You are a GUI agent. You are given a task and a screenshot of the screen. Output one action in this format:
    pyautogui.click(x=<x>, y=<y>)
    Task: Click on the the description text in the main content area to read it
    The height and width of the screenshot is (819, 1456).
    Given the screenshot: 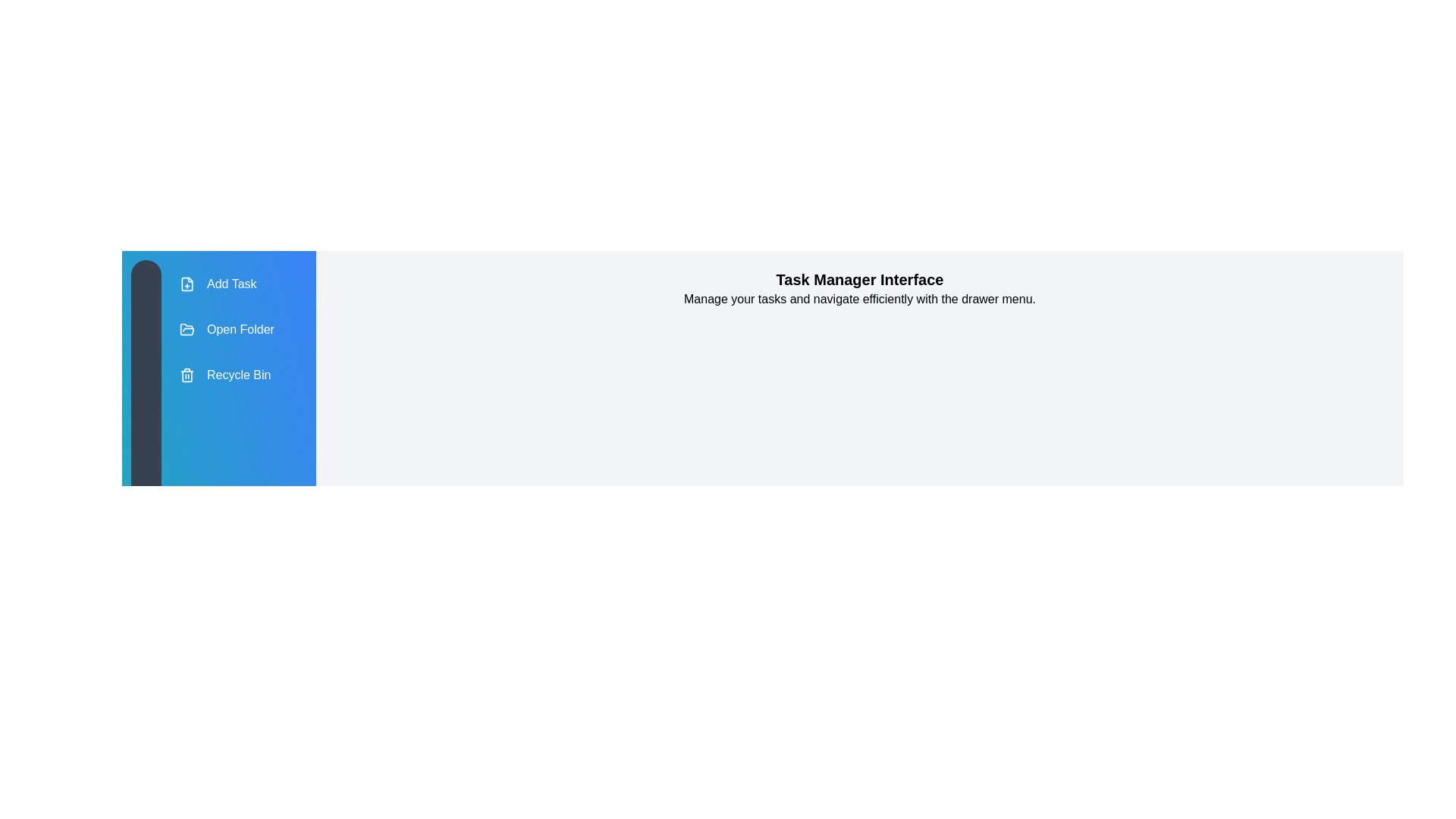 What is the action you would take?
    pyautogui.click(x=859, y=299)
    